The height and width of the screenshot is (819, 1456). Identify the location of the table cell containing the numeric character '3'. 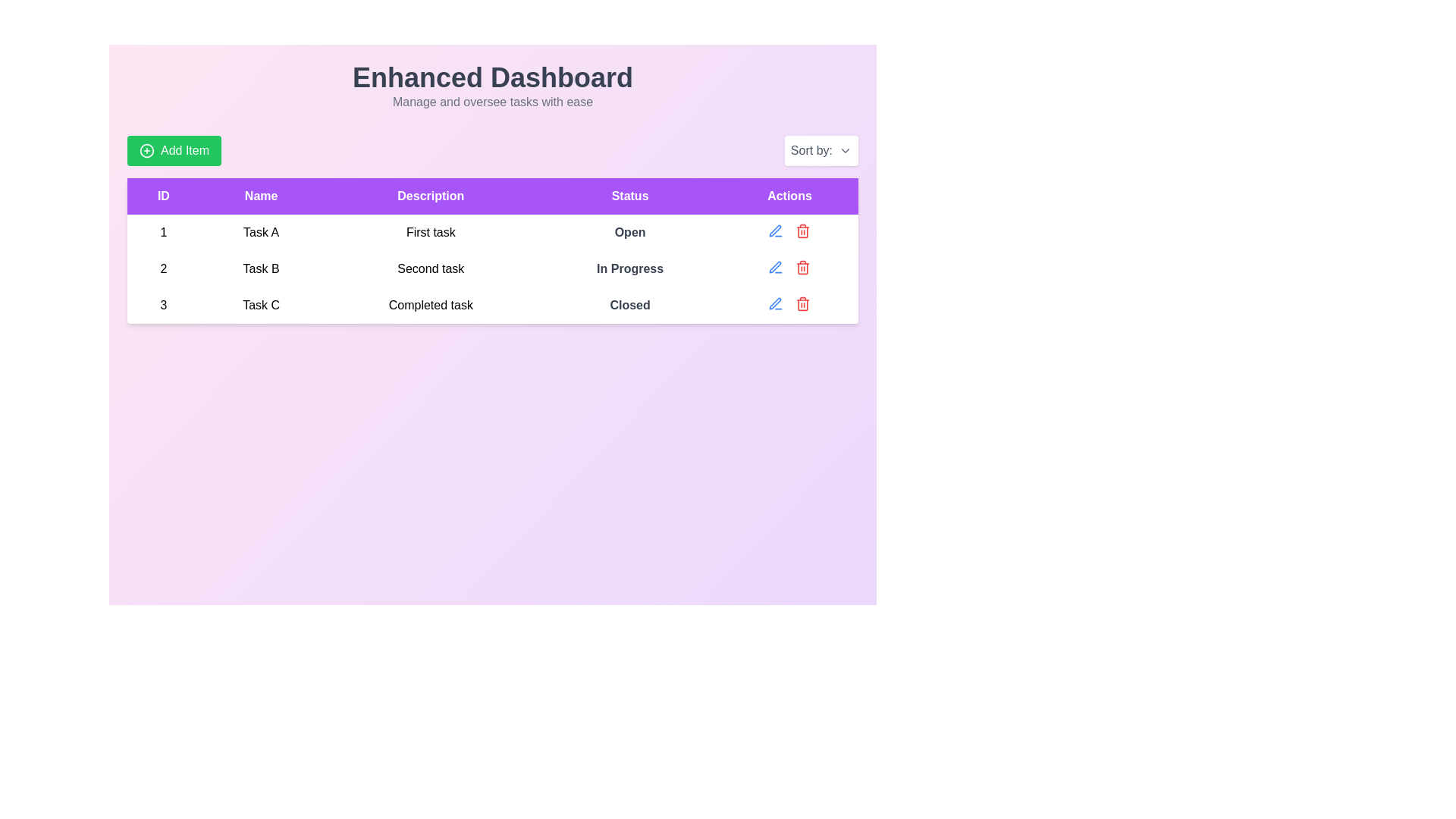
(164, 305).